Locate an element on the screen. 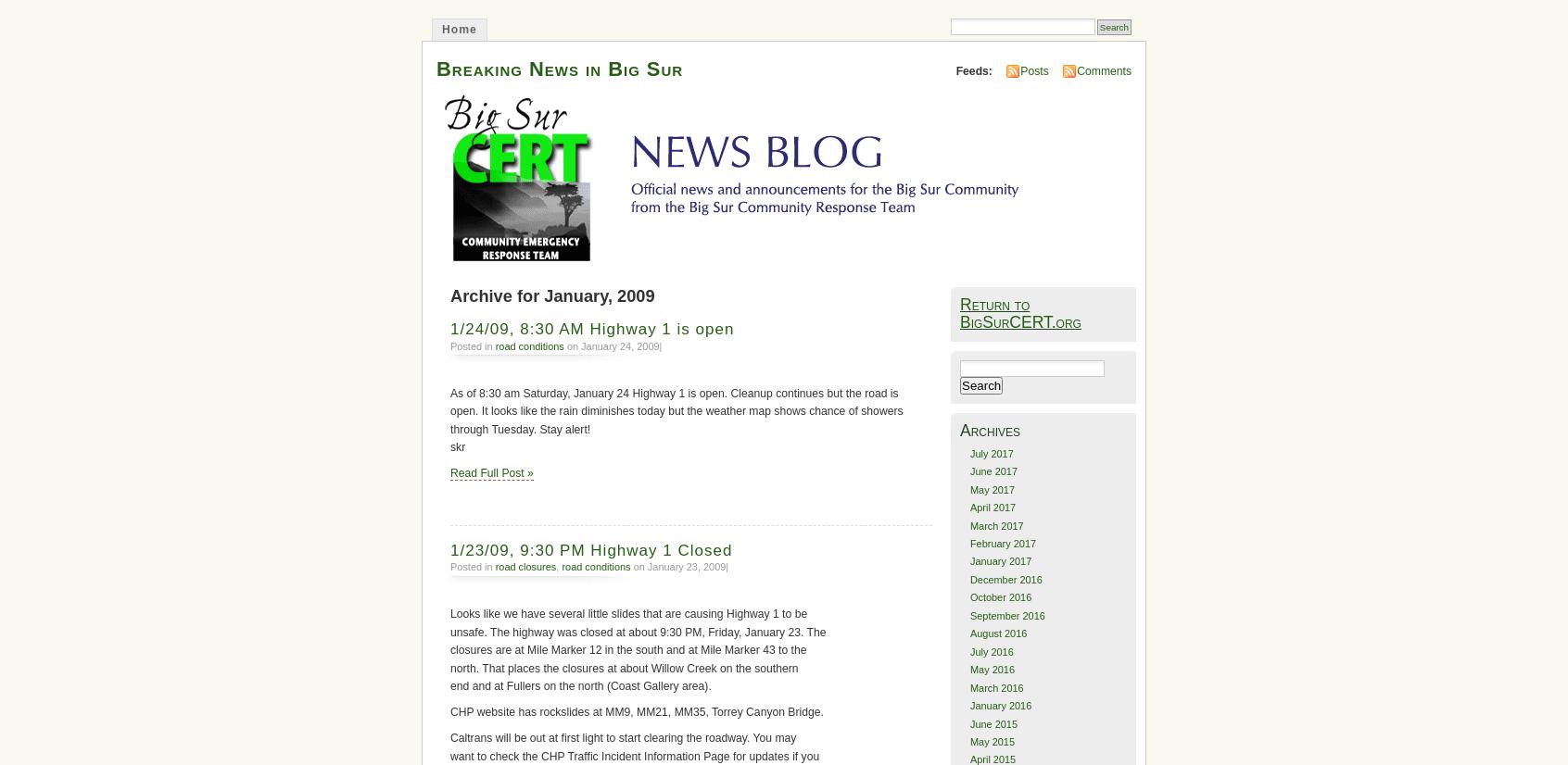 Image resolution: width=1568 pixels, height=765 pixels. 'October 2016' is located at coordinates (1000, 596).